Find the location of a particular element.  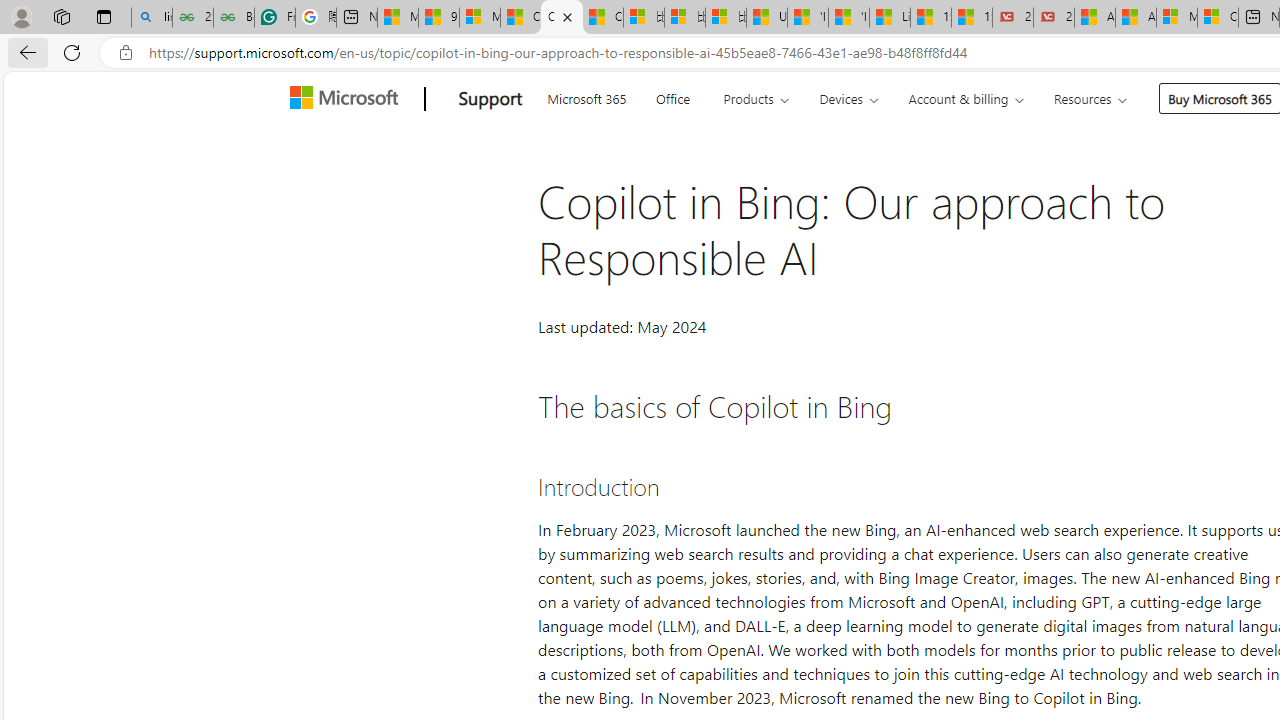

'View site information' is located at coordinates (125, 52).